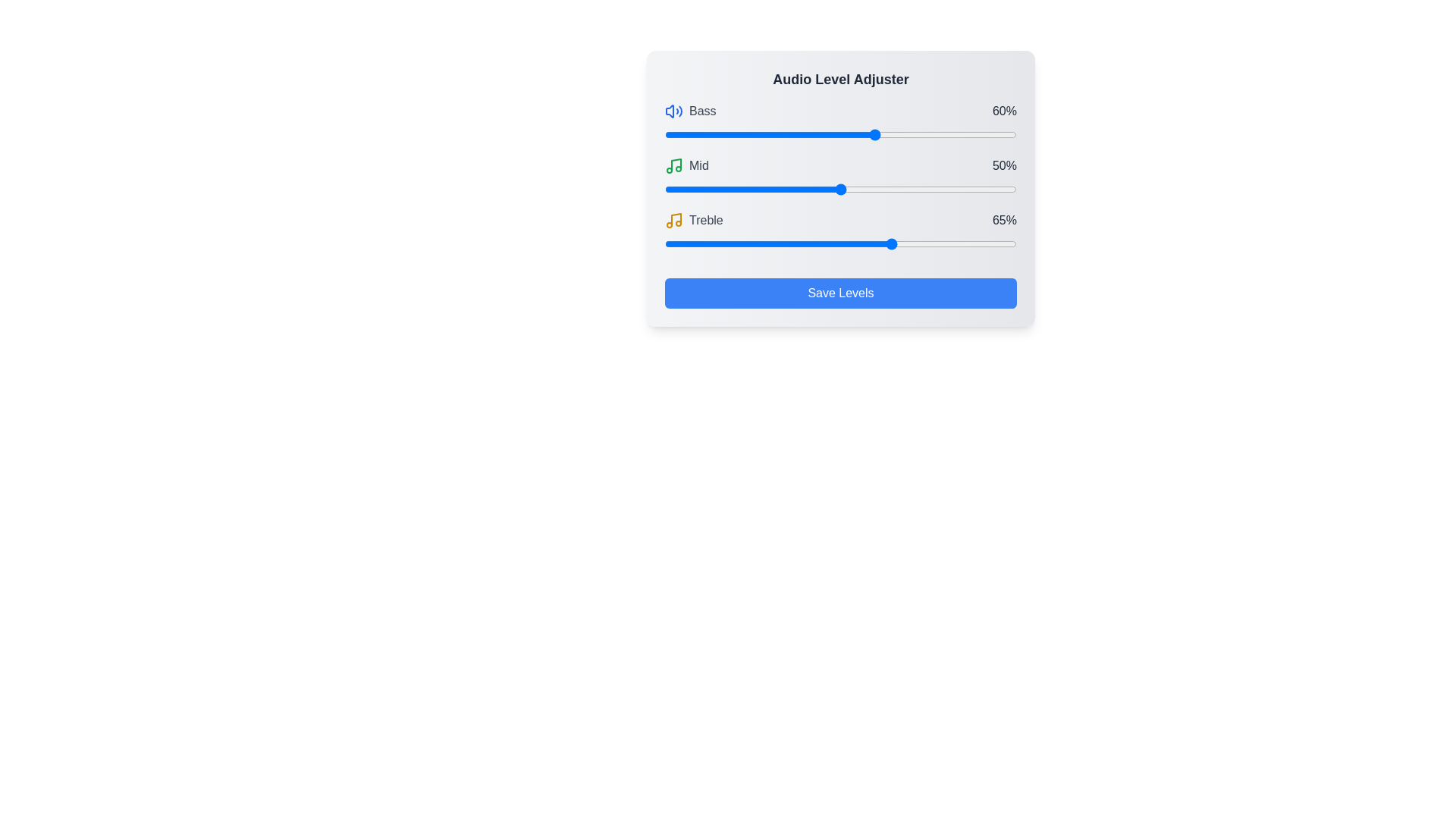  Describe the element at coordinates (924, 189) in the screenshot. I see `the 'Mid' audio level` at that location.